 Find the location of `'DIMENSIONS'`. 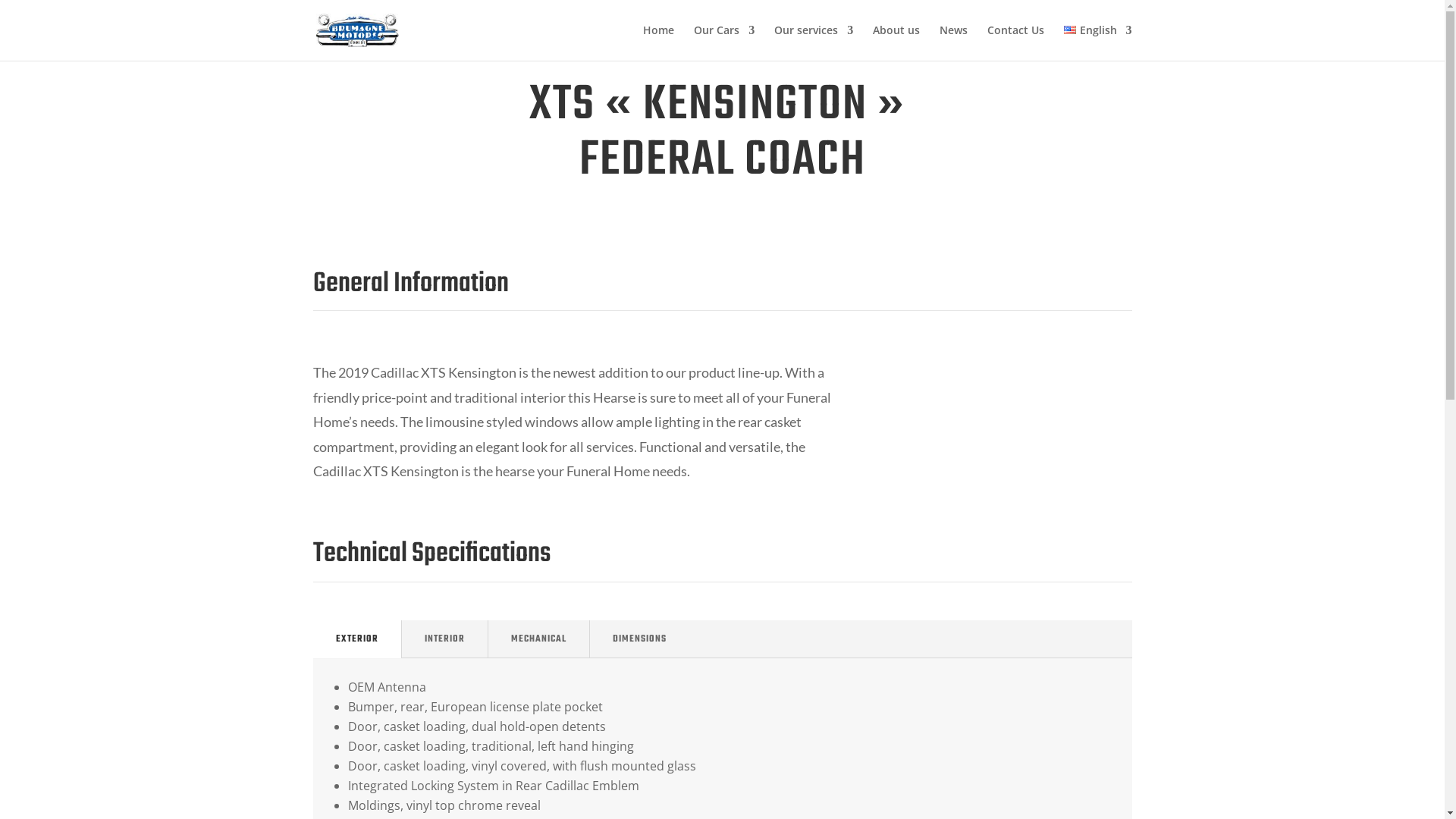

'DIMENSIONS' is located at coordinates (639, 639).